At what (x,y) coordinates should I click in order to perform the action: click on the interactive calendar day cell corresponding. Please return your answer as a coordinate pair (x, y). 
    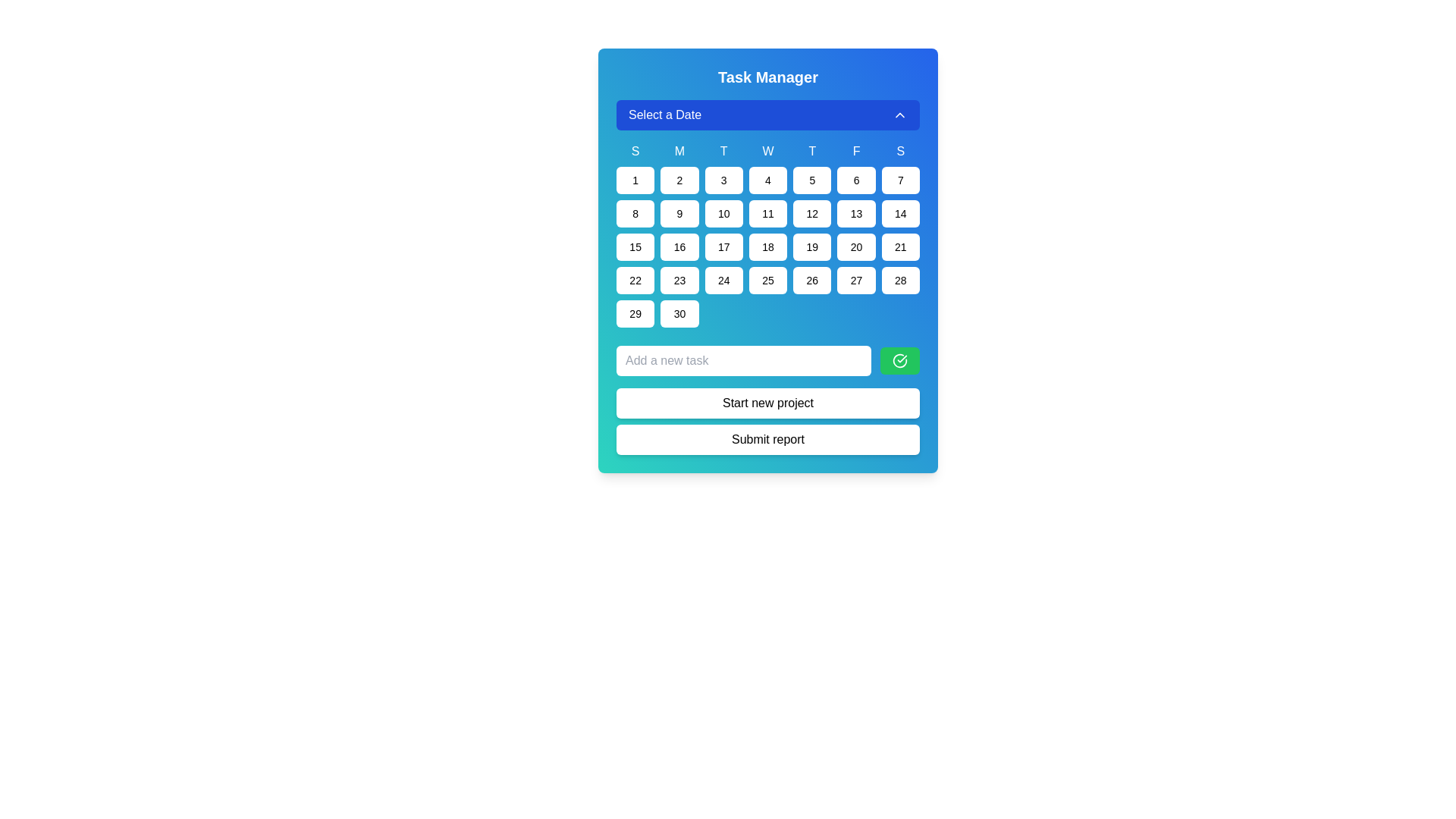
    Looking at the image, I should click on (900, 180).